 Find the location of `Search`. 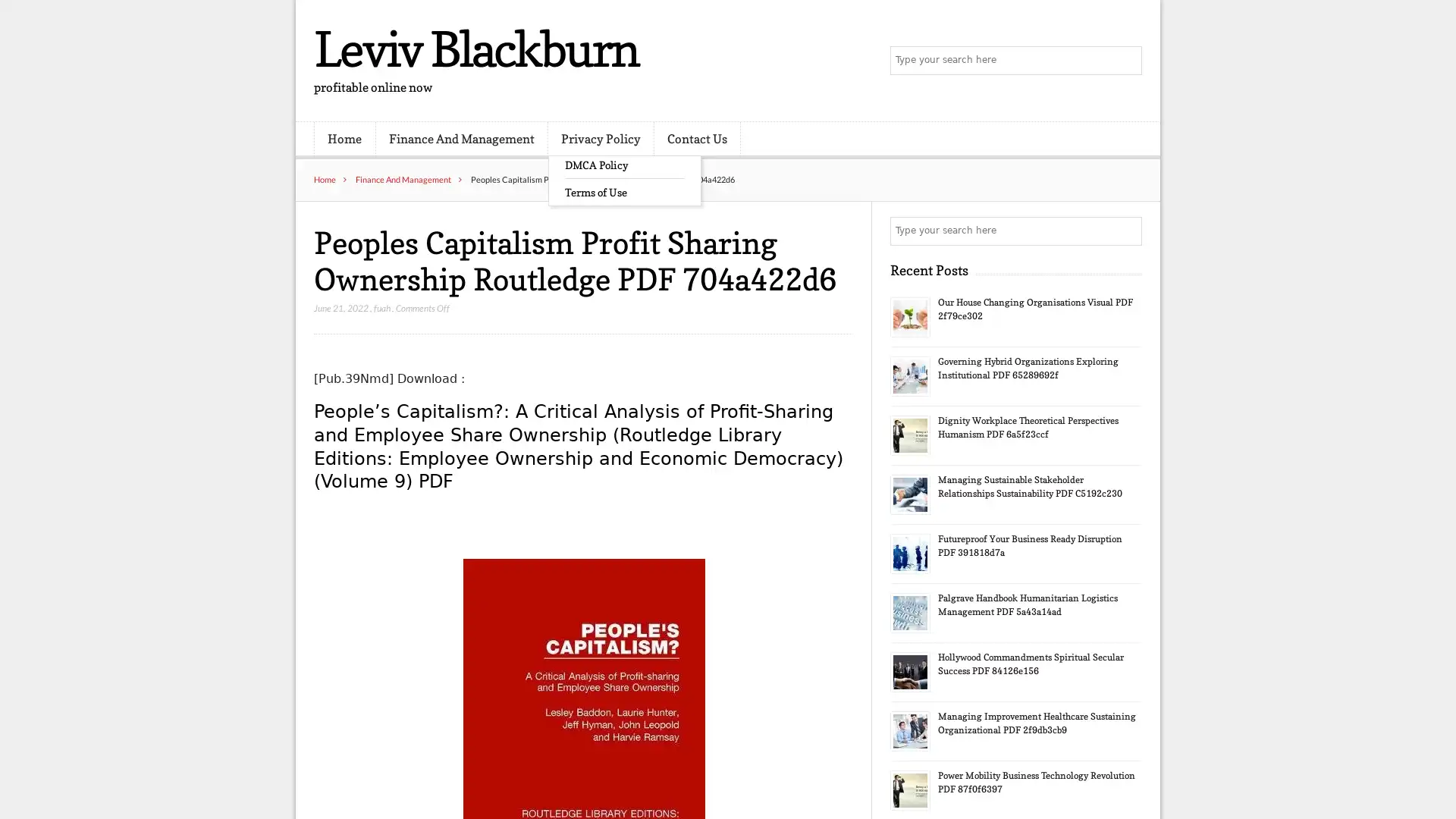

Search is located at coordinates (1126, 231).